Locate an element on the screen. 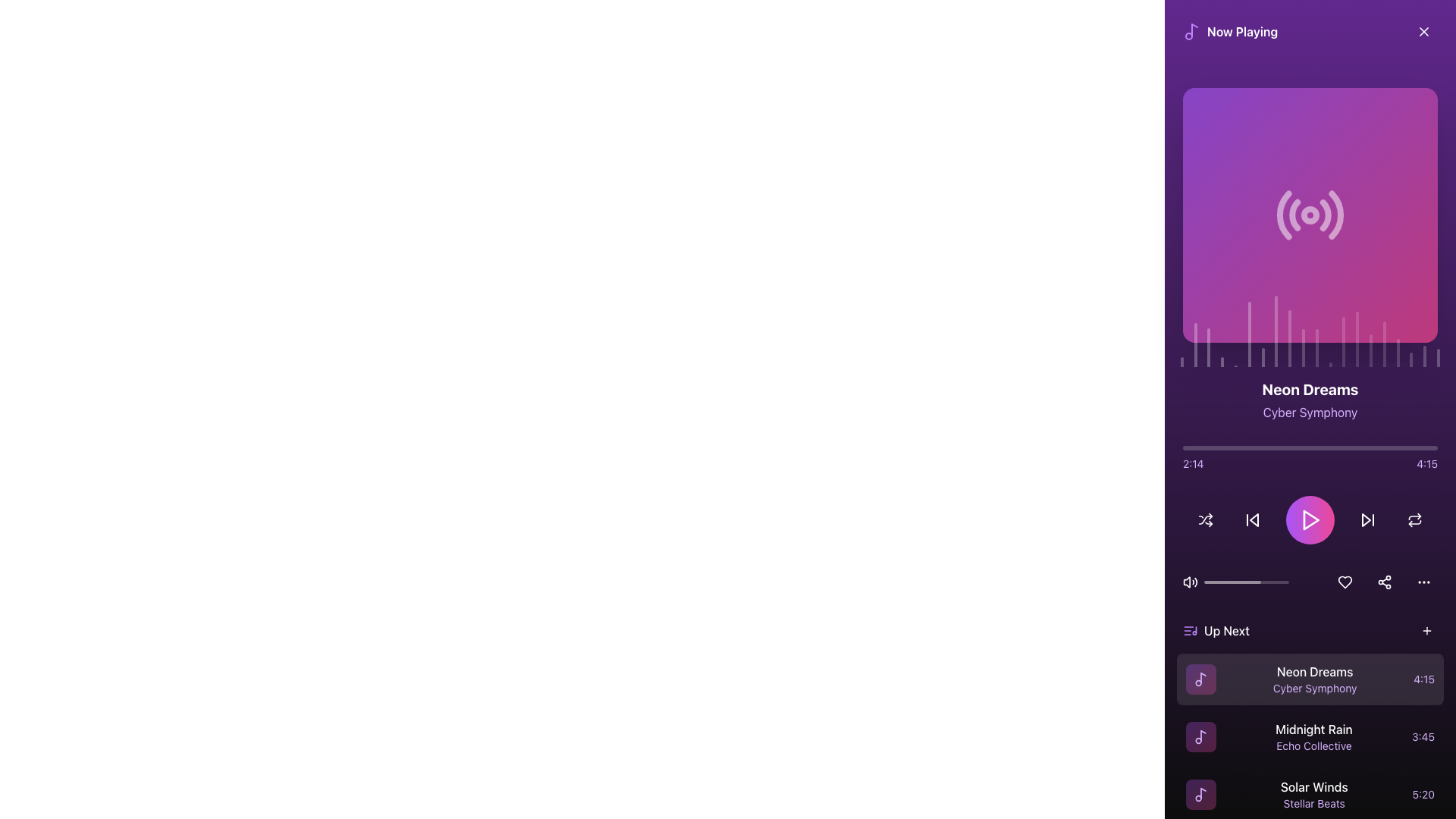  the repeat mode button located at the bottom-right of the interface panel is located at coordinates (1414, 519).